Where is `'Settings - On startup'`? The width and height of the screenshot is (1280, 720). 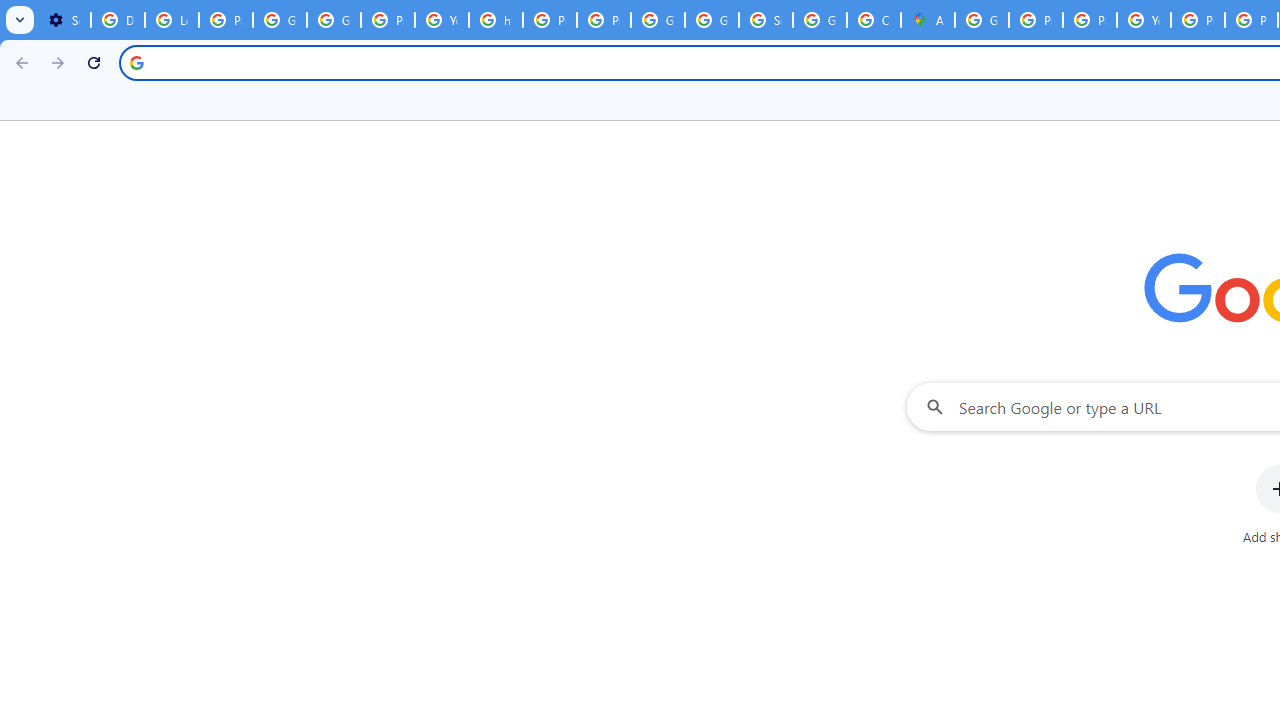
'Settings - On startup' is located at coordinates (64, 20).